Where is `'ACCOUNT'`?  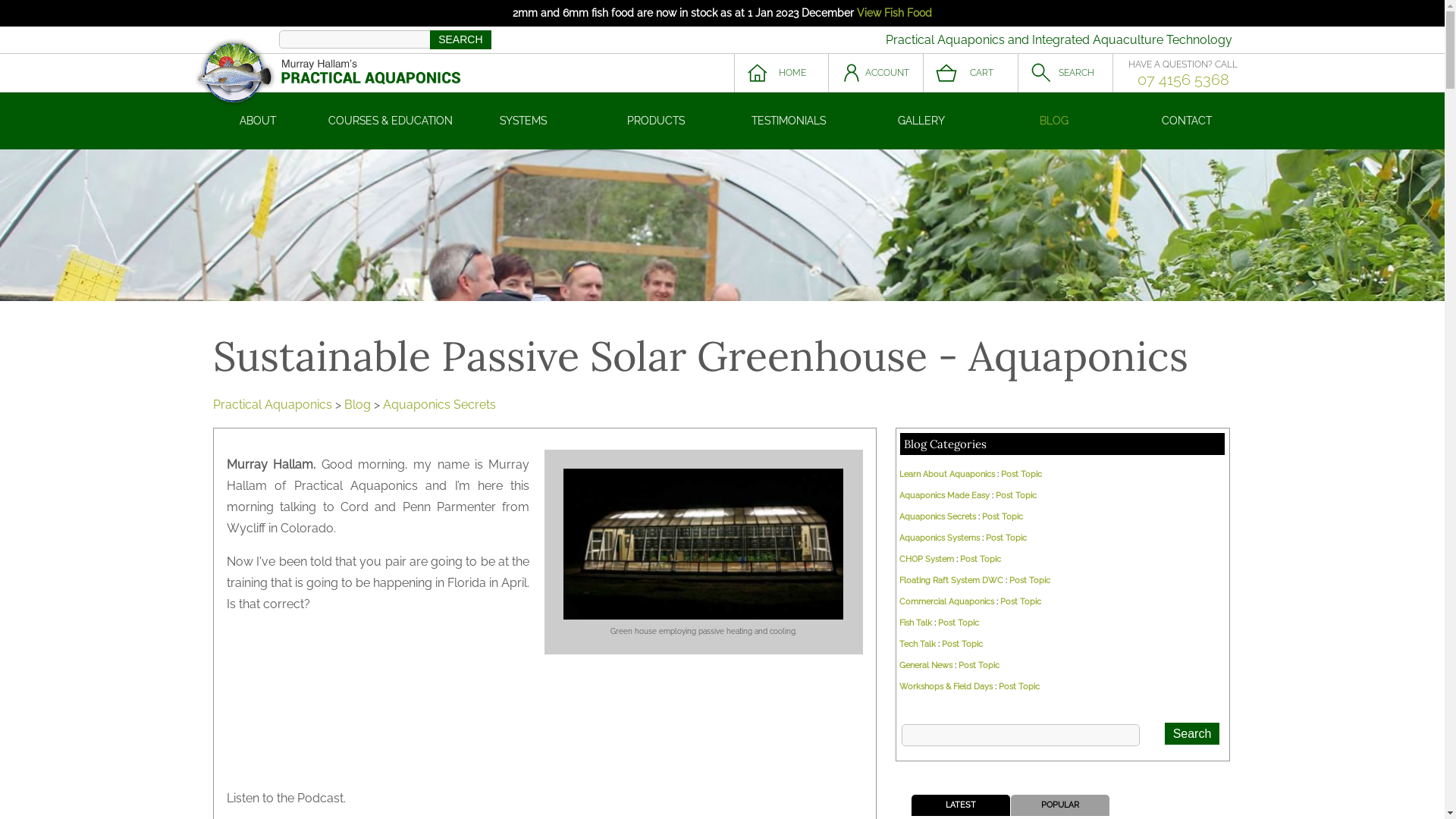 'ACCOUNT' is located at coordinates (875, 73).